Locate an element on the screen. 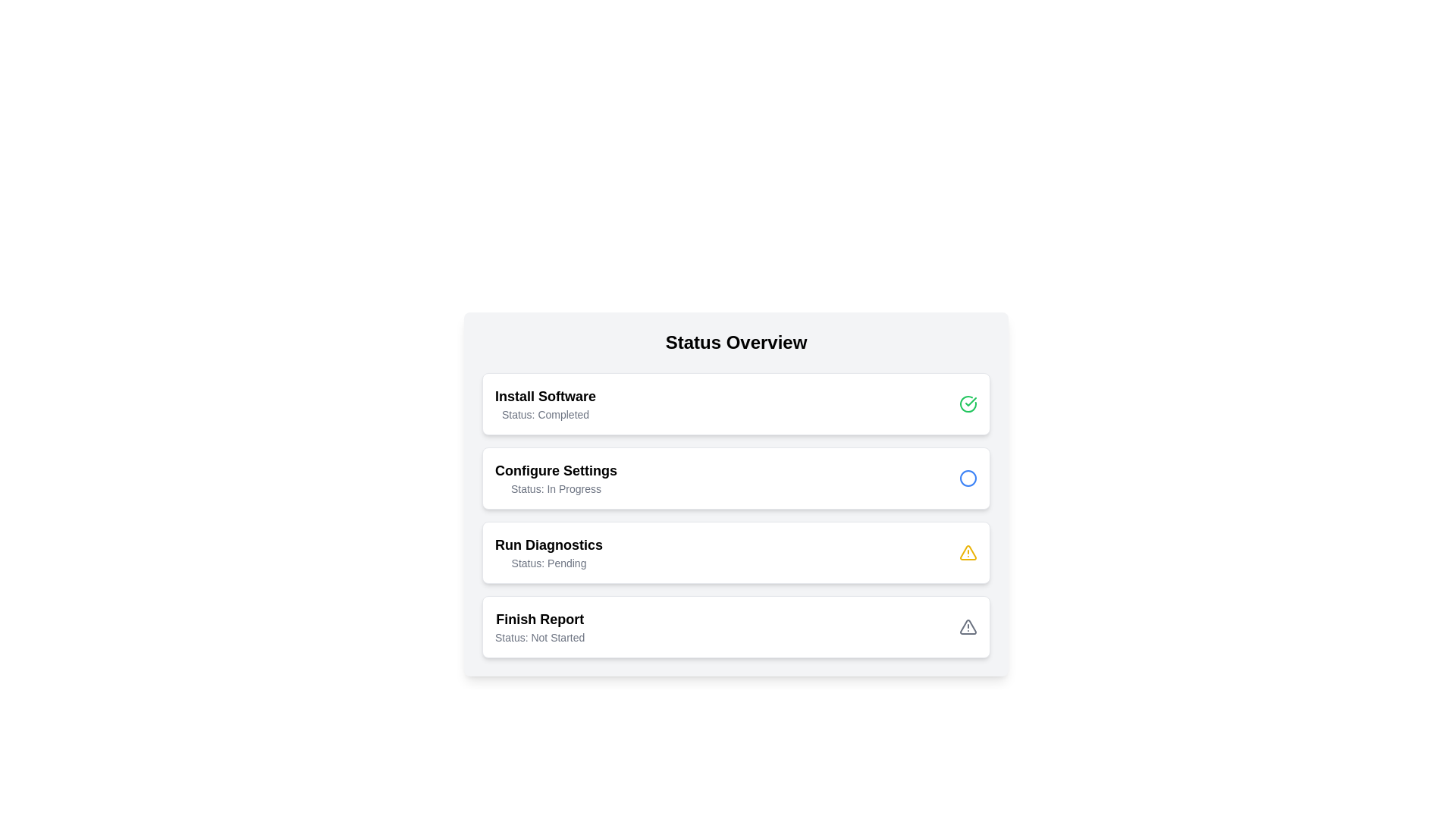  the static text display that shows the task's title and current status, located at the top-left area of the 'Status Overview' card is located at coordinates (545, 403).